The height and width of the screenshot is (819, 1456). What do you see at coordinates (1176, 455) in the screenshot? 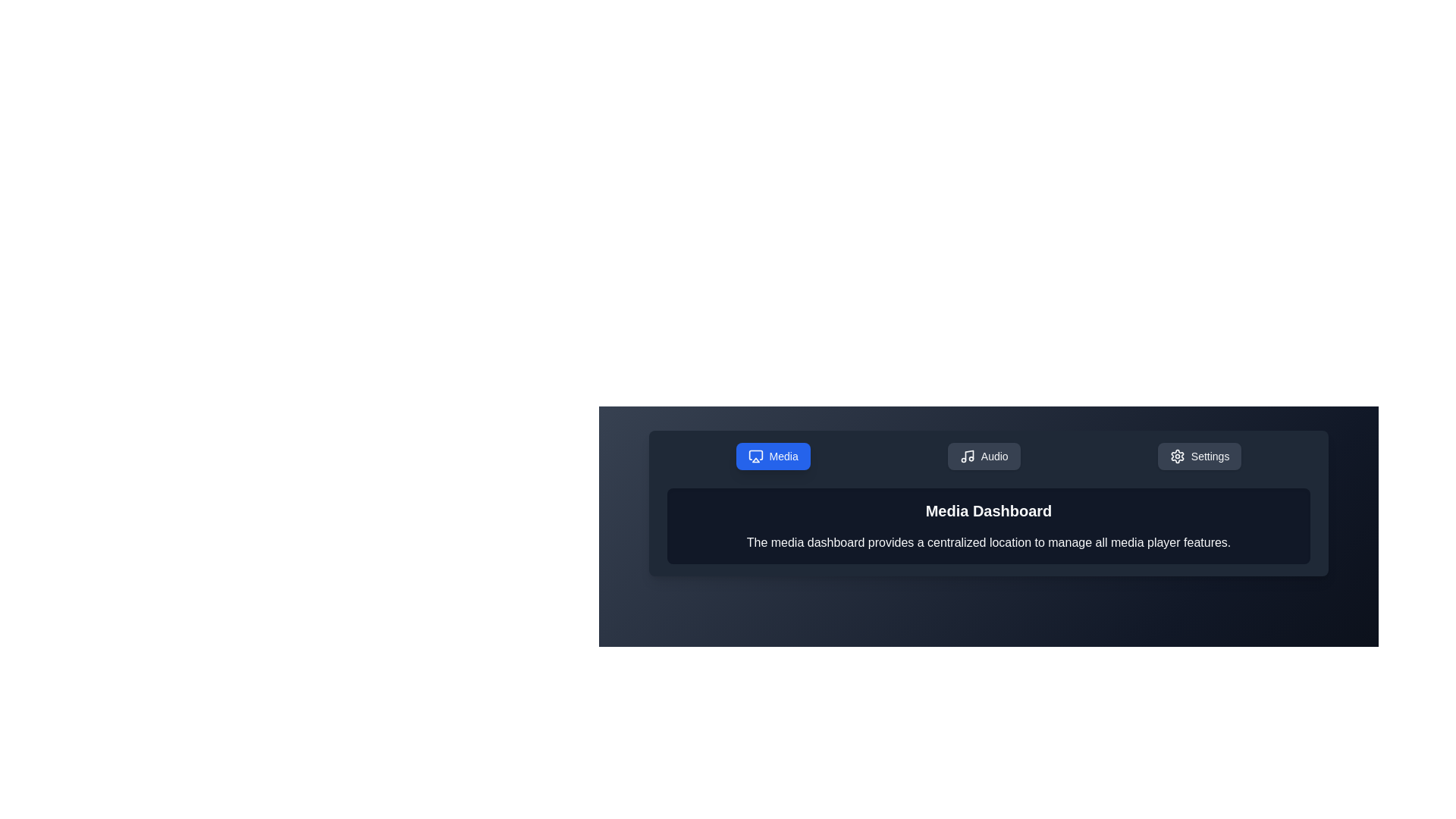
I see `the settings icon located at the center of the 'Settings' button in the media dashboard interface` at bounding box center [1176, 455].